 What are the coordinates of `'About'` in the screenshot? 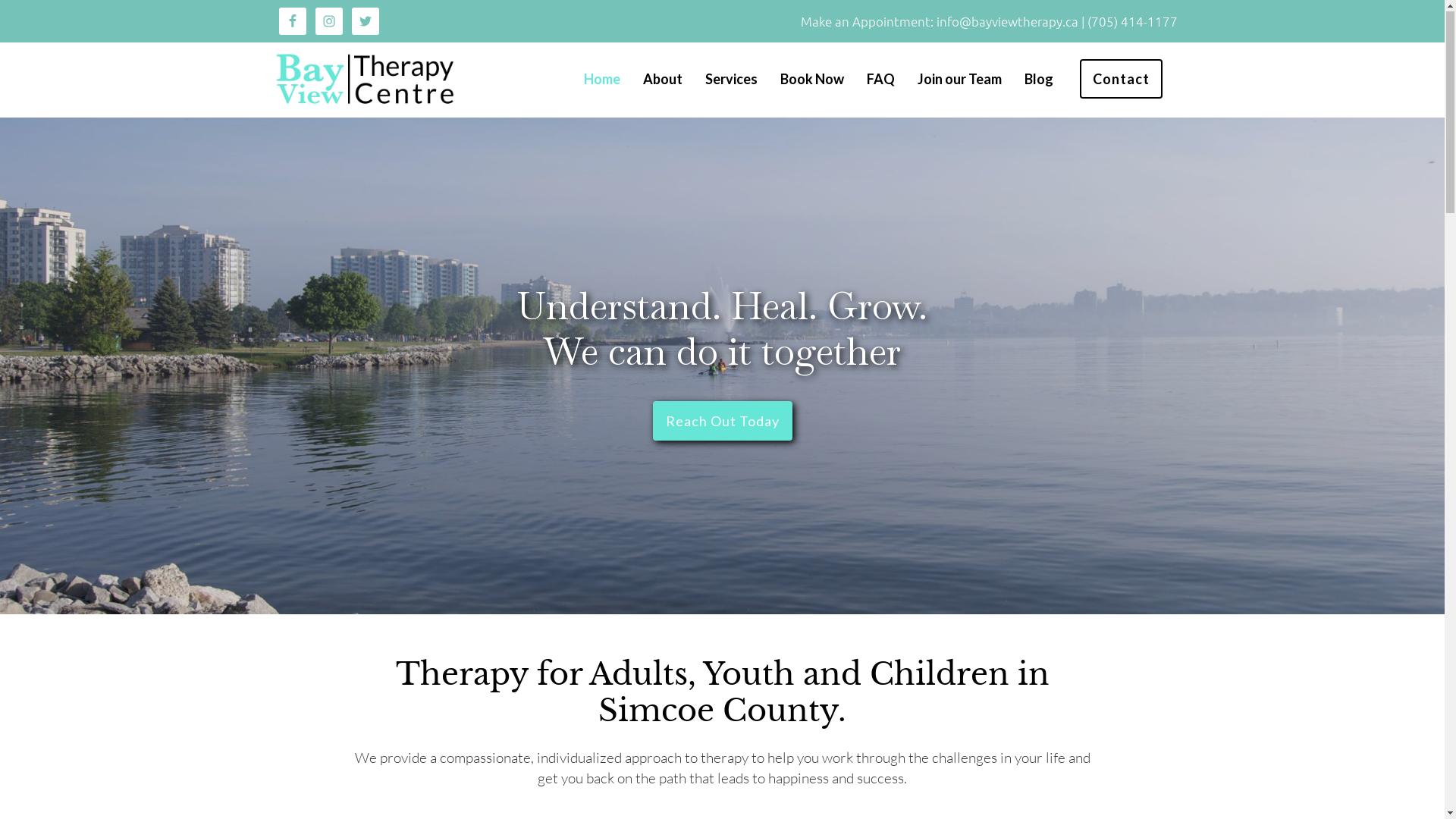 It's located at (662, 79).